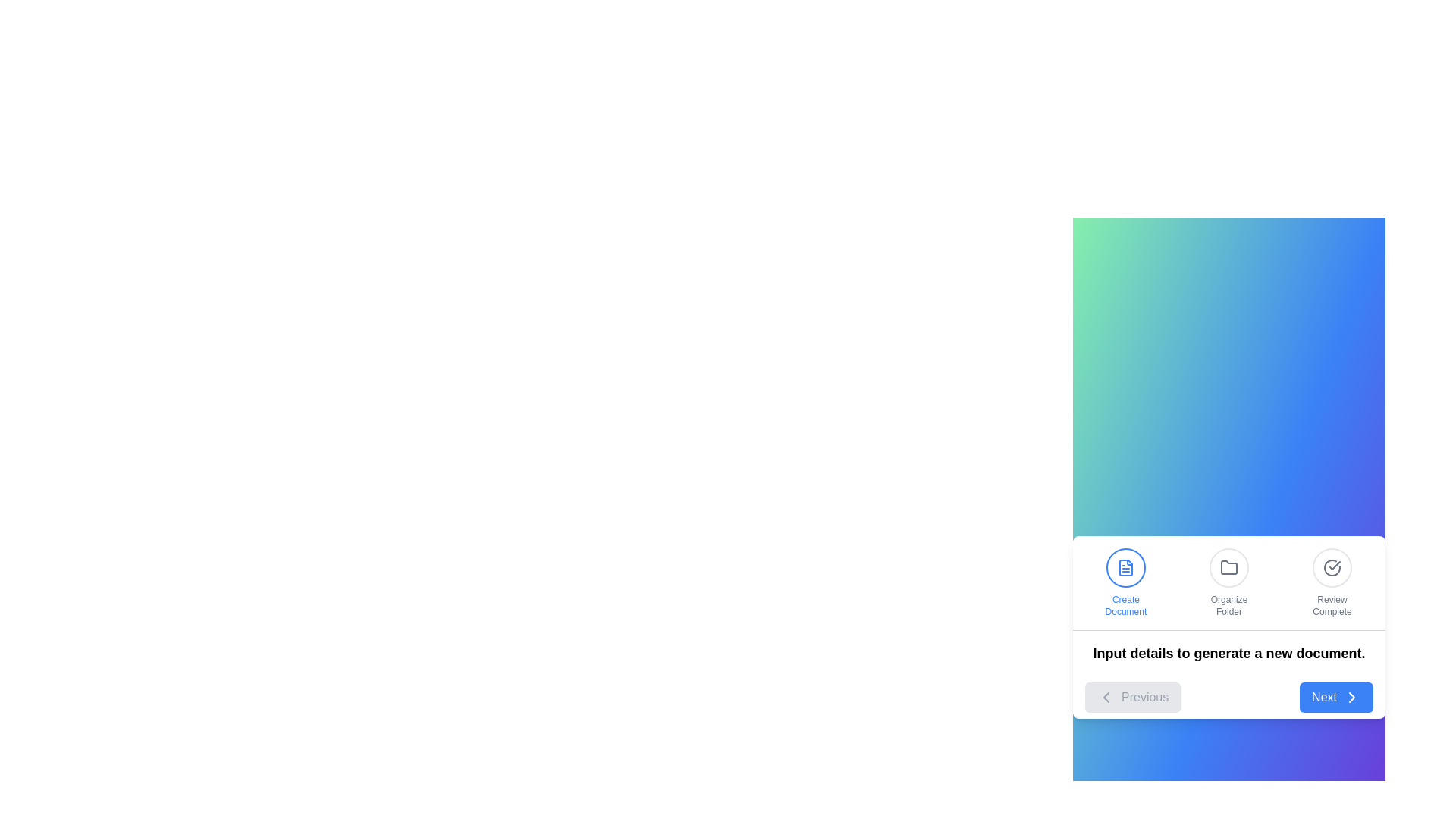 The image size is (1456, 819). Describe the element at coordinates (1336, 697) in the screenshot. I see `the Next button to navigate` at that location.